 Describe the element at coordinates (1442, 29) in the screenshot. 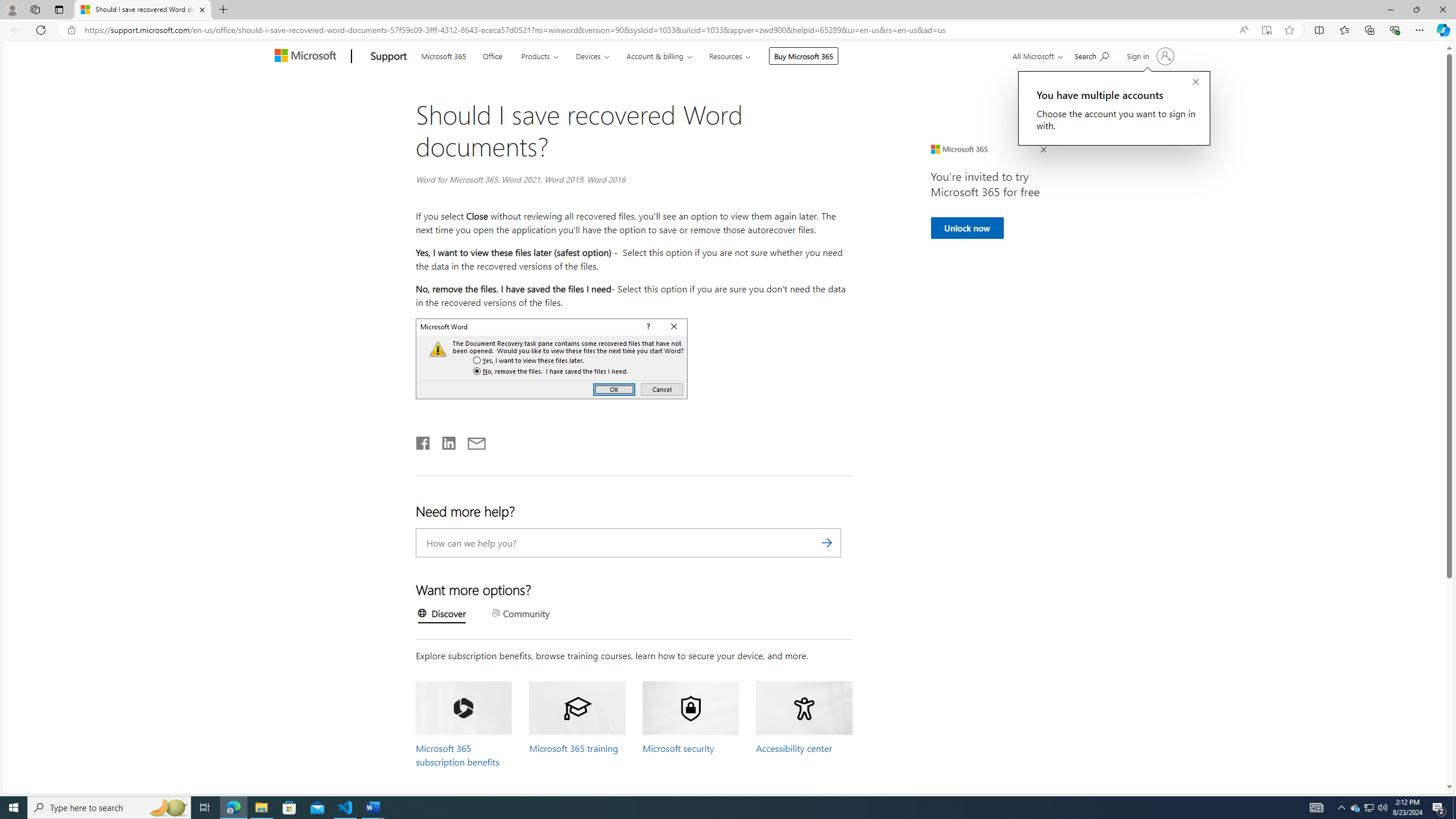

I see `'Copilot (Ctrl+Shift+.)'` at that location.